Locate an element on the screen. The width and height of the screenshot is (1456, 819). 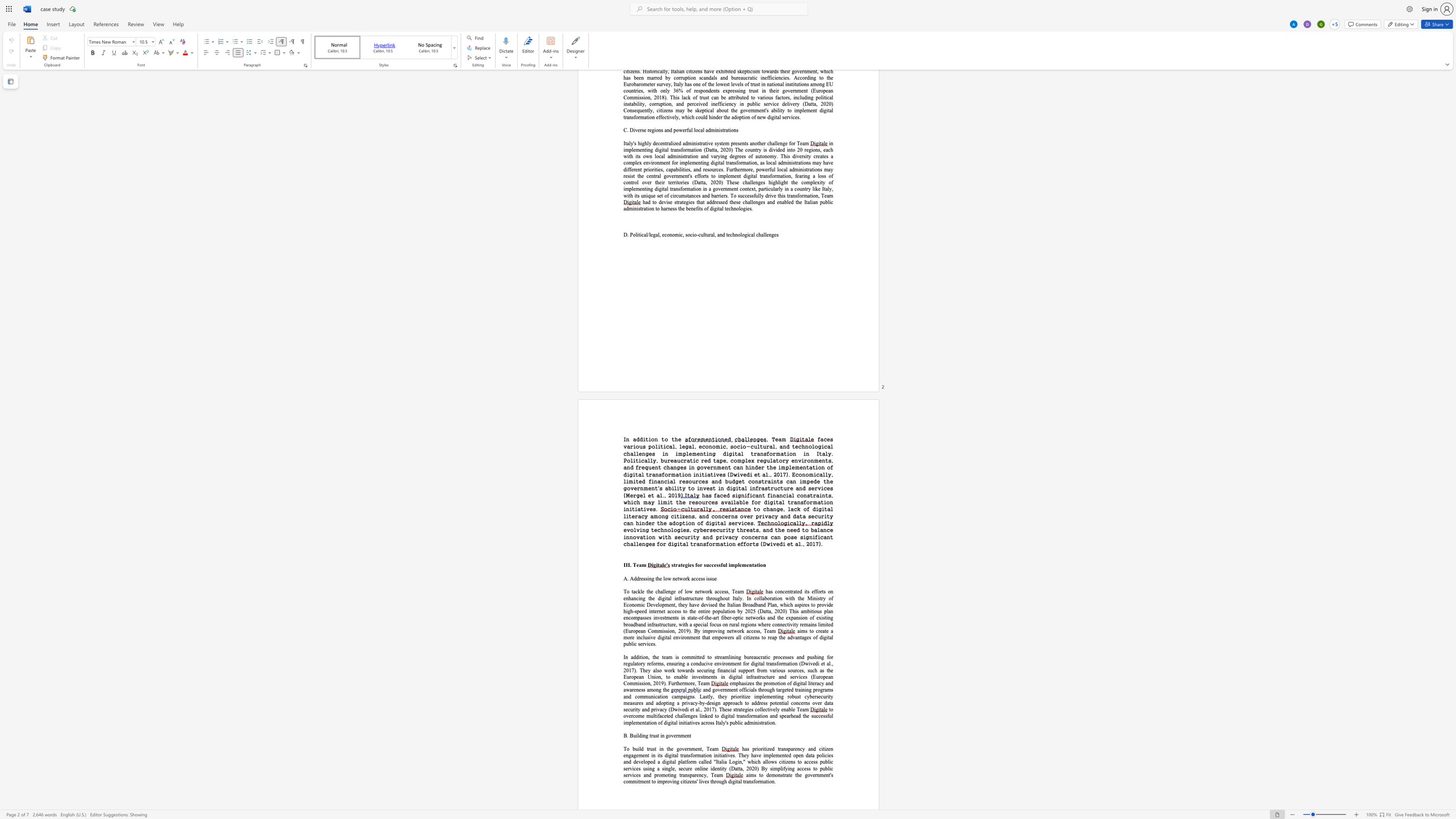
the space between the continuous character "e" and "r" in the text is located at coordinates (722, 690).